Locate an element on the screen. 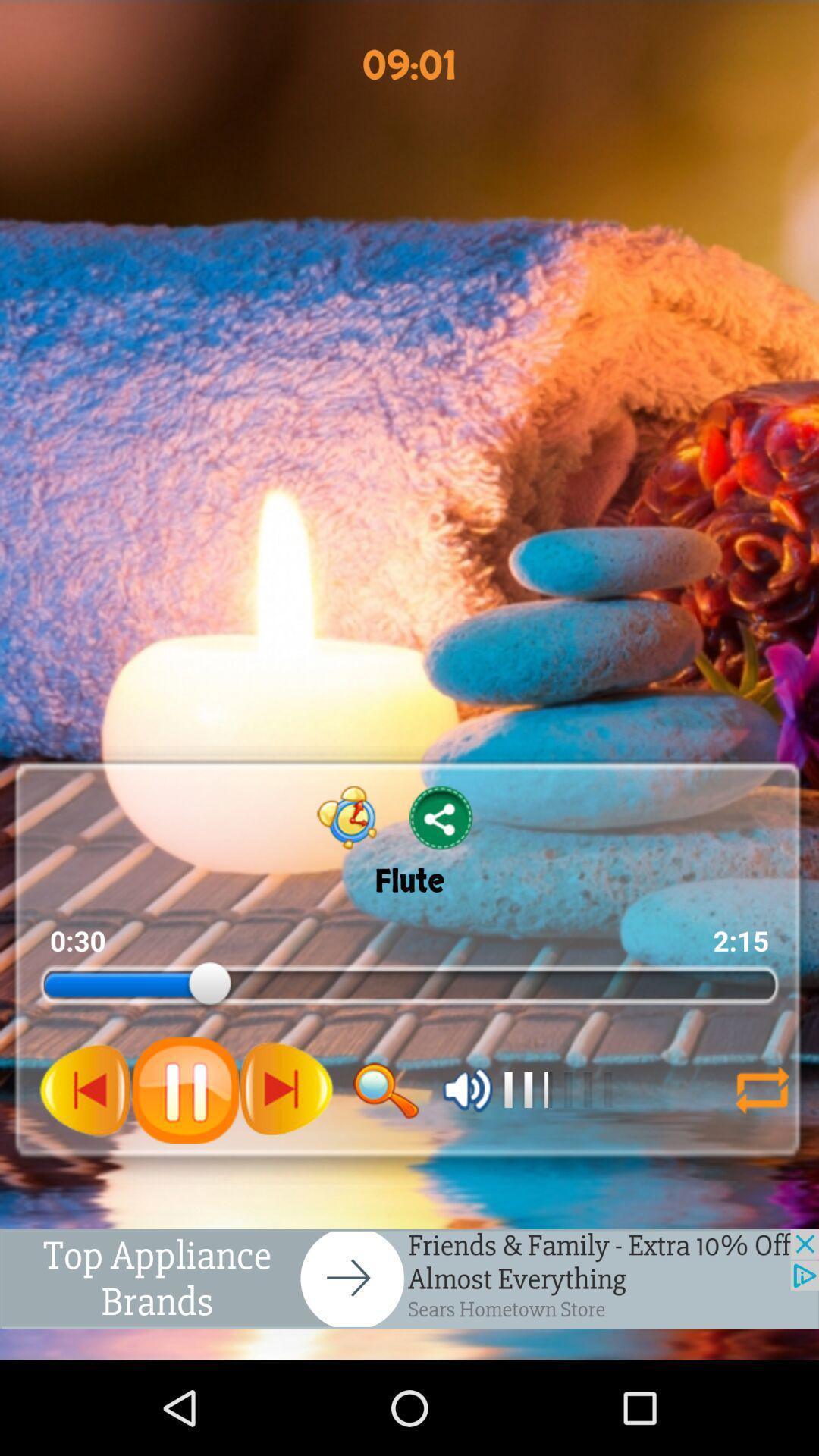  shuffle songs is located at coordinates (762, 1089).